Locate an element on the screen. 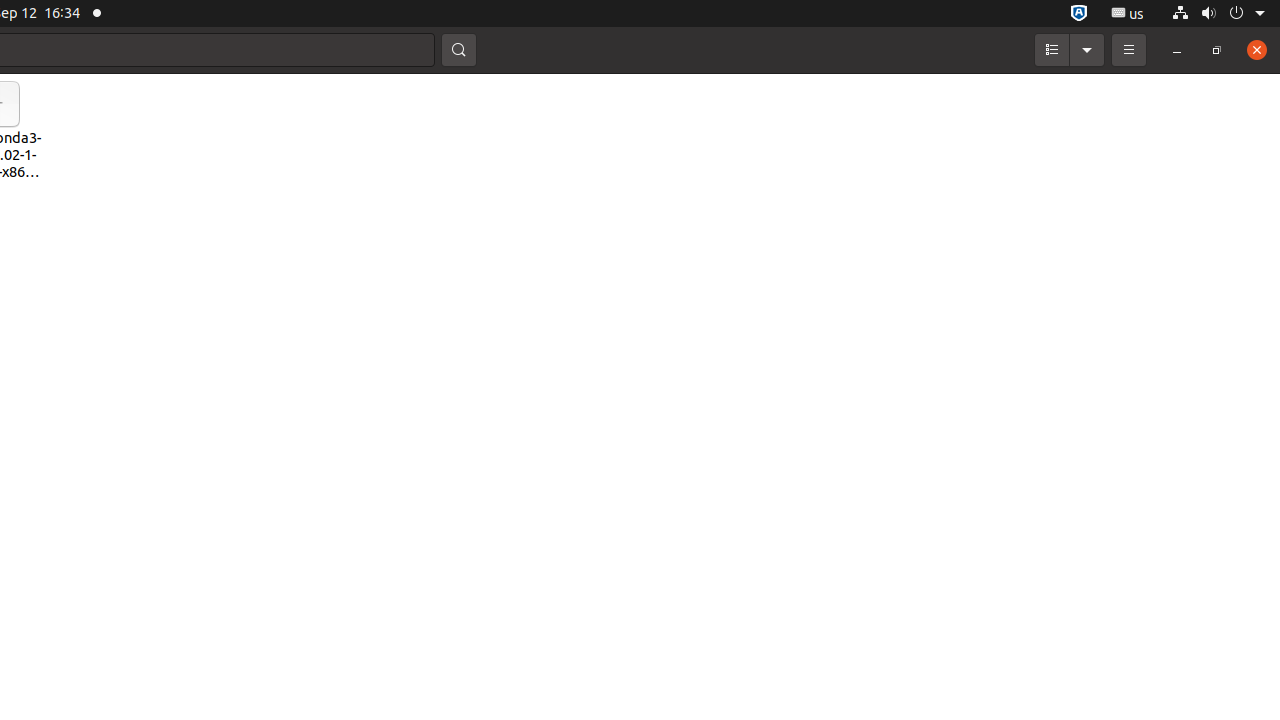  'Restore' is located at coordinates (1216, 48).